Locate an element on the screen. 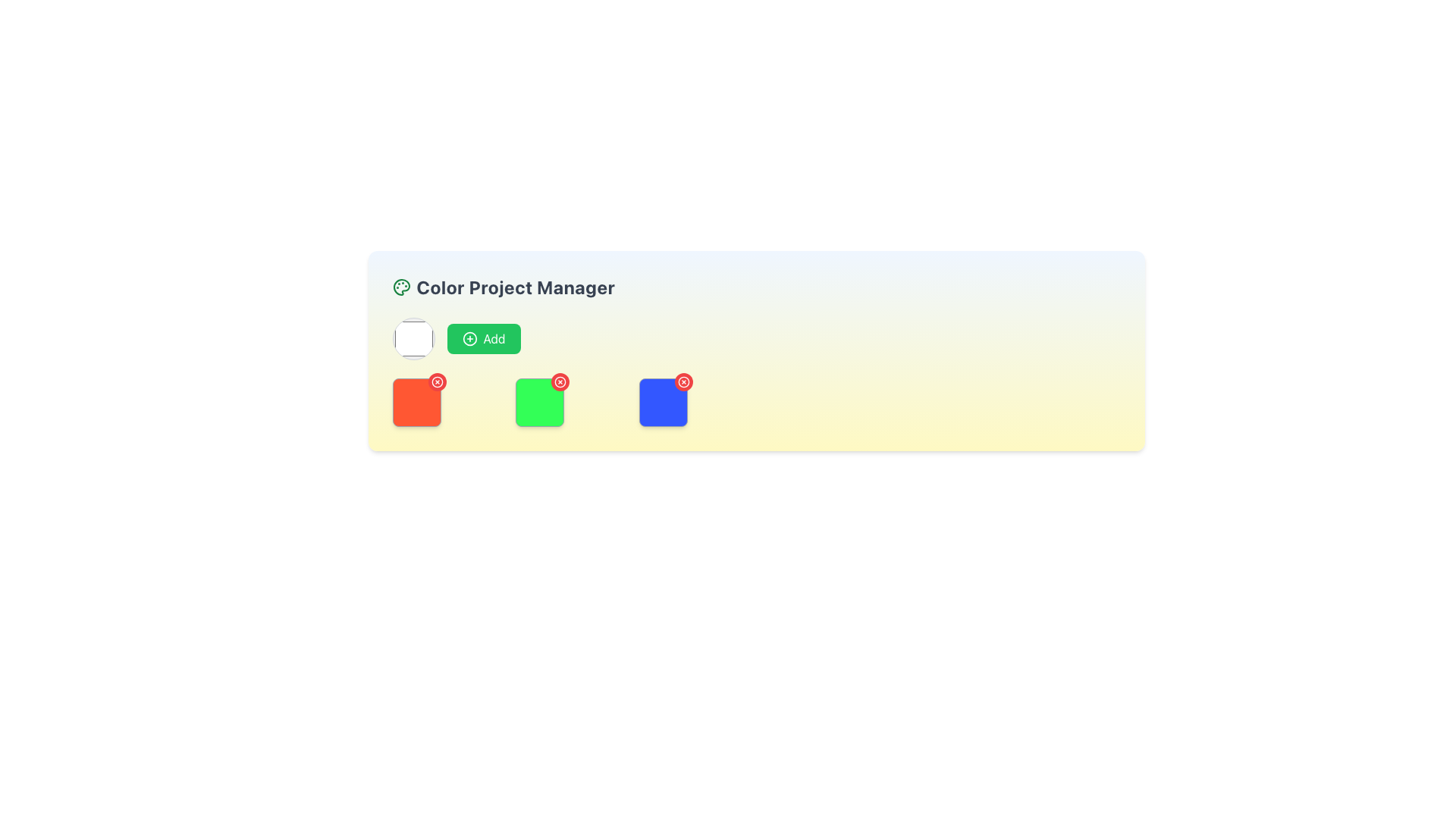 This screenshot has height=819, width=1456. the red circular icon button with an 'X' symbol is located at coordinates (560, 381).